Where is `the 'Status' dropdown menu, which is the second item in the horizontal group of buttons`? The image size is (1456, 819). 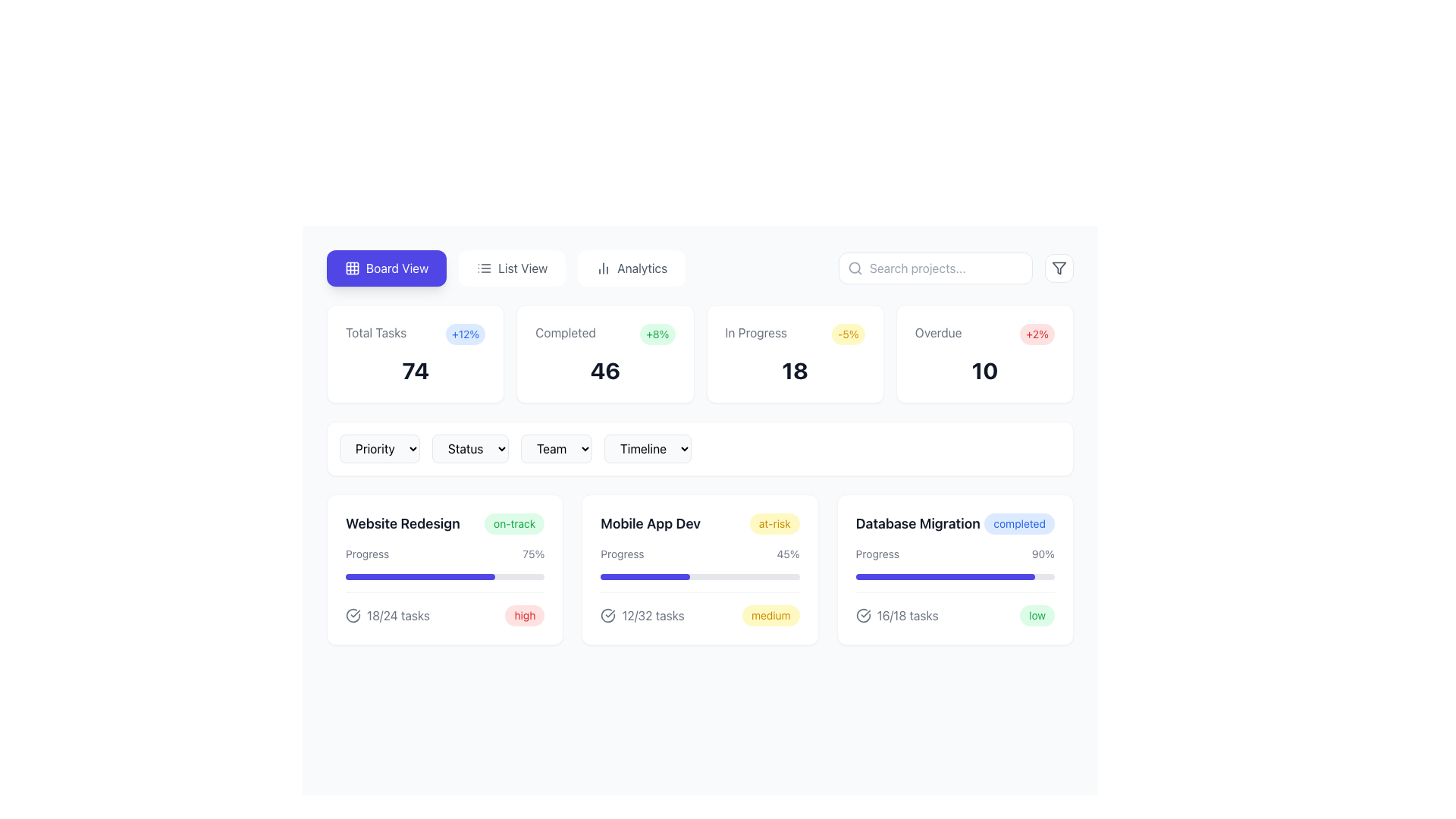
the 'Status' dropdown menu, which is the second item in the horizontal group of buttons is located at coordinates (469, 447).